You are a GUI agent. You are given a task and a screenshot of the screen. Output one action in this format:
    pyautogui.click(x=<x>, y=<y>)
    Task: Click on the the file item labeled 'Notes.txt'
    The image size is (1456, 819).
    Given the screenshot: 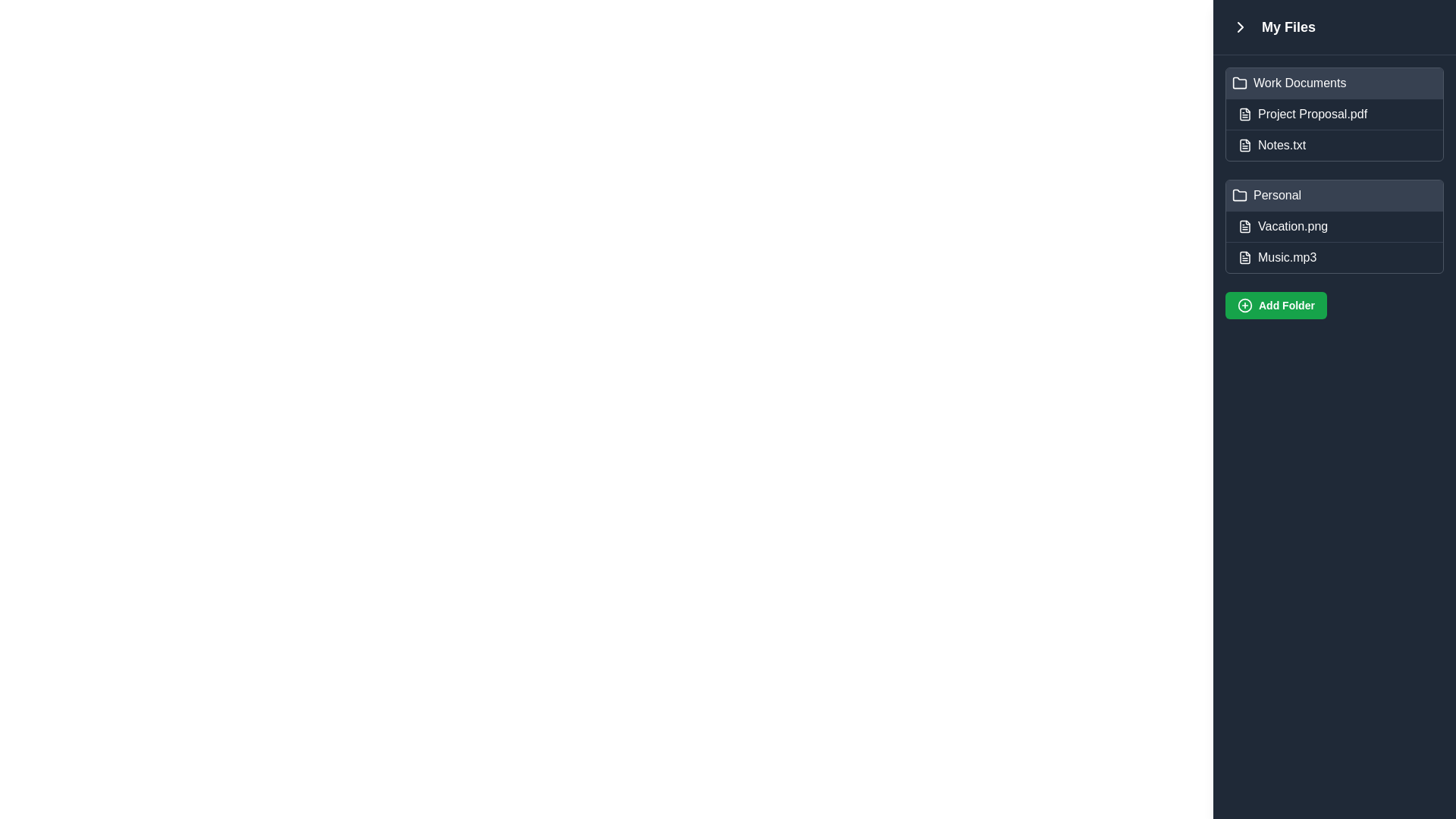 What is the action you would take?
    pyautogui.click(x=1335, y=145)
    